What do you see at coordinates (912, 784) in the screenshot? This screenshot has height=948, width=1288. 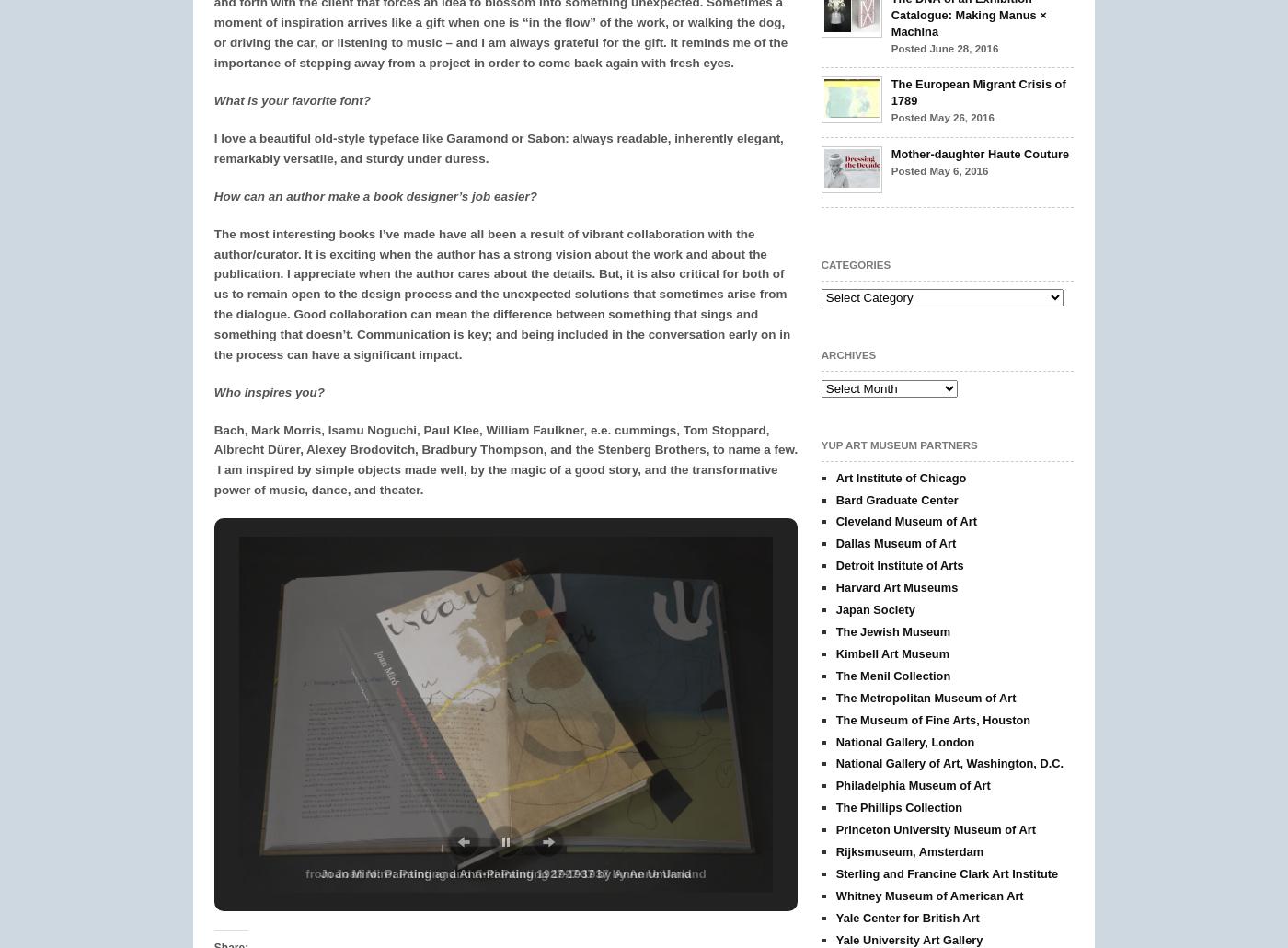 I see `'Philadelphia Museum of Art'` at bounding box center [912, 784].